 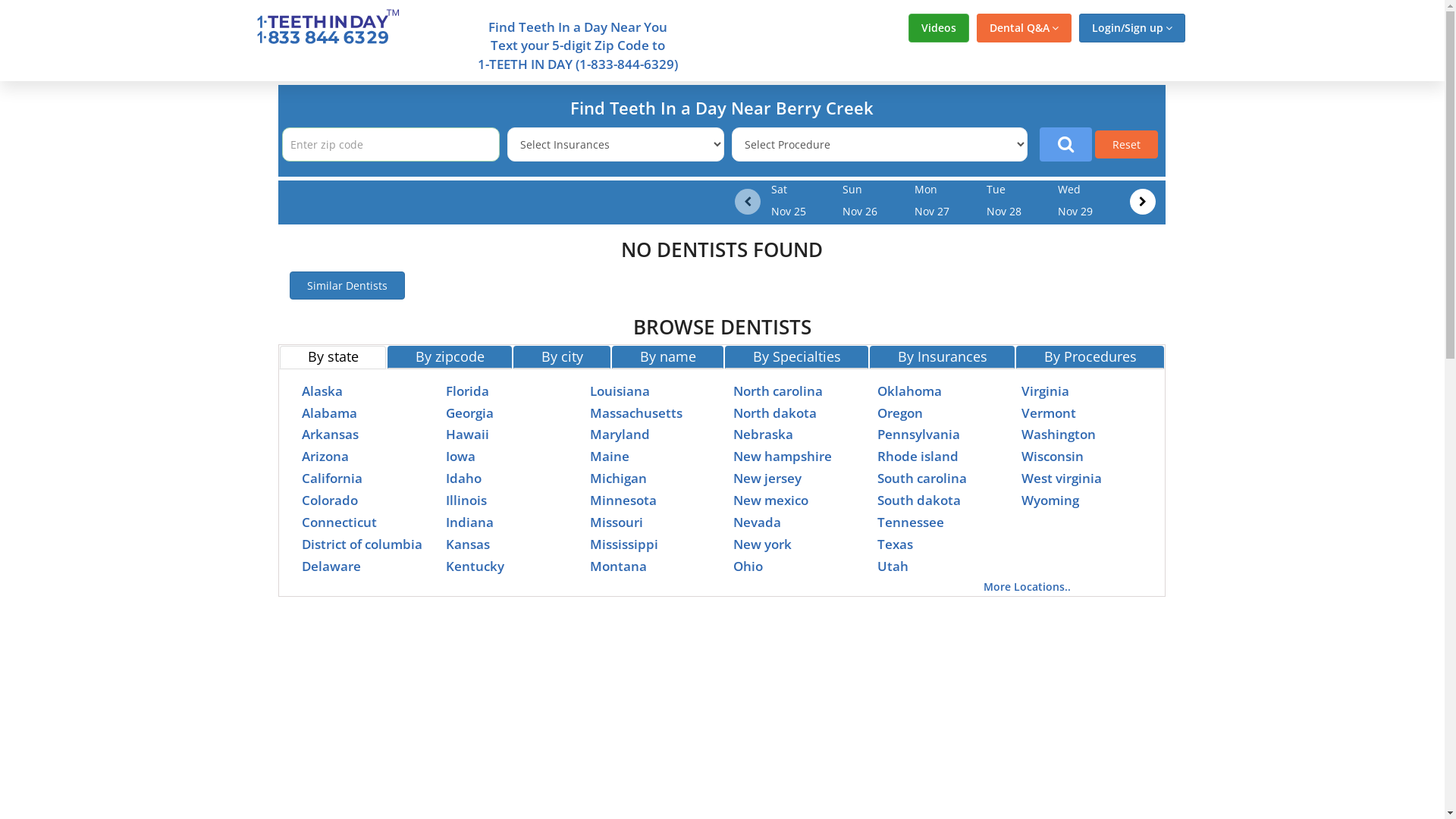 I want to click on 'Connecticut', so click(x=338, y=521).